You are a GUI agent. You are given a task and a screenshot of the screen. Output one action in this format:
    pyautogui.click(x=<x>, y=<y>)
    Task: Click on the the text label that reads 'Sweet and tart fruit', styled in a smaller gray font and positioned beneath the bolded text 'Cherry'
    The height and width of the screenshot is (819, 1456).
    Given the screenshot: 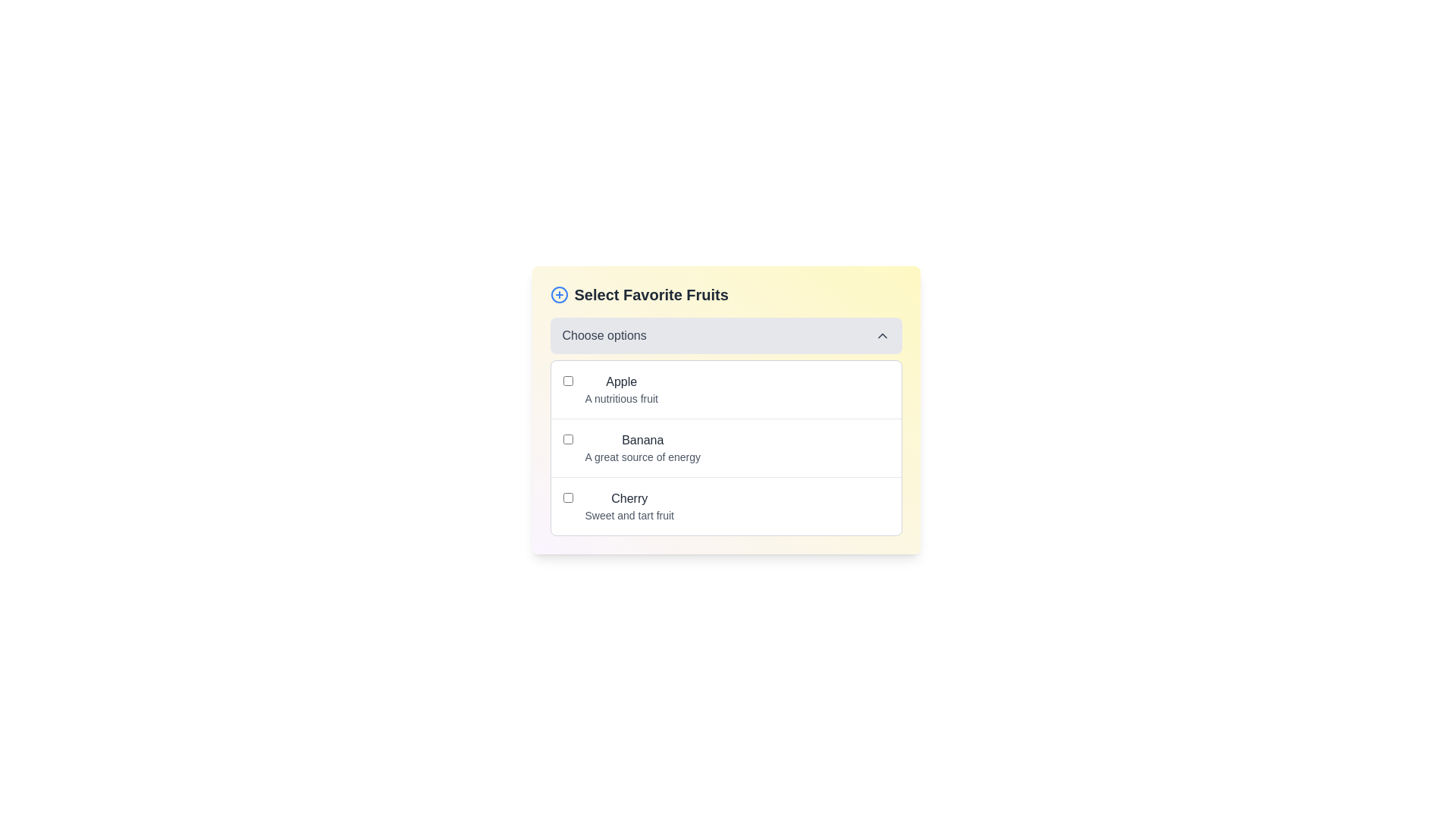 What is the action you would take?
    pyautogui.click(x=629, y=514)
    